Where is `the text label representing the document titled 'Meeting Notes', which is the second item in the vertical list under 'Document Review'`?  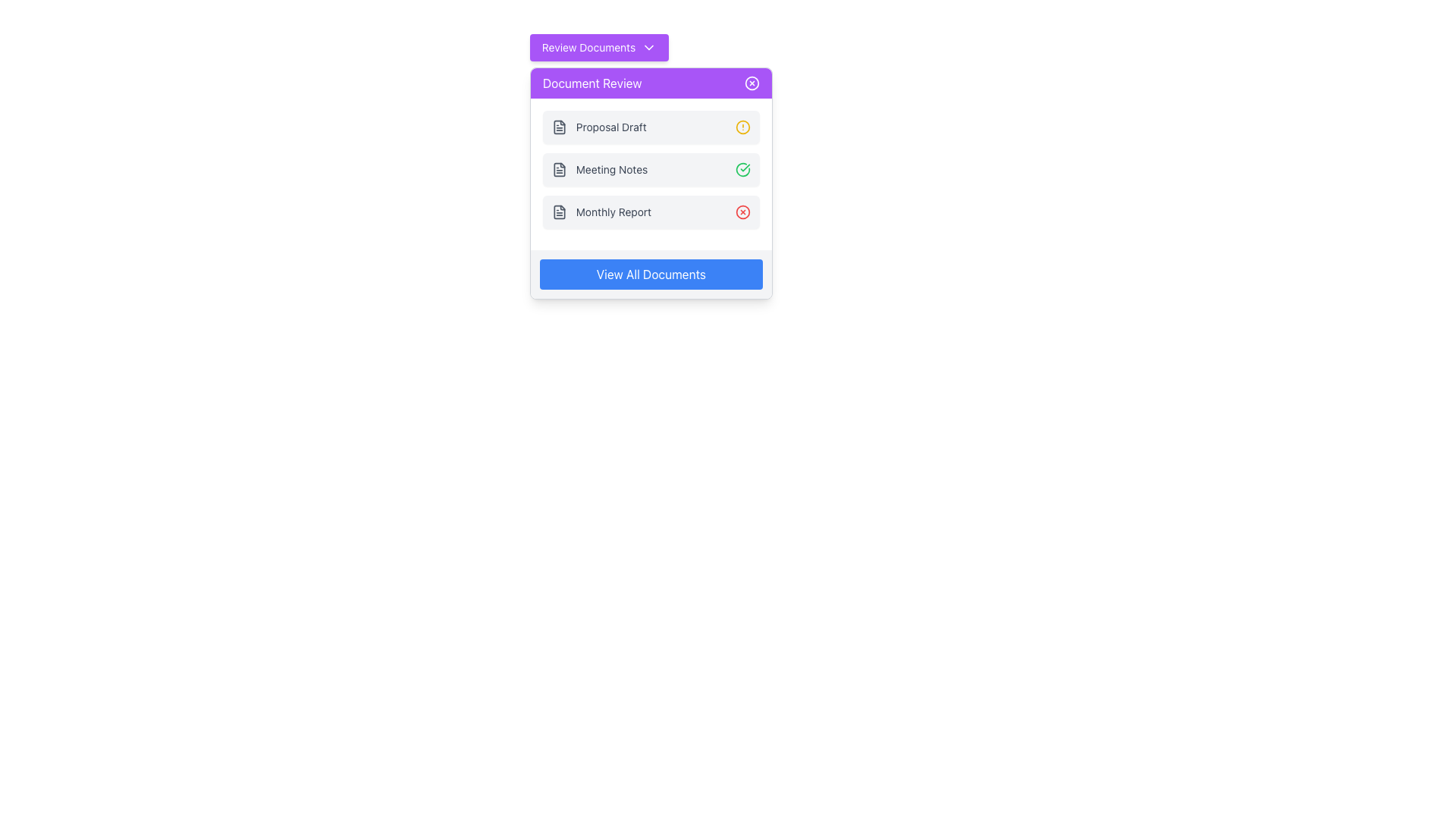
the text label representing the document titled 'Meeting Notes', which is the second item in the vertical list under 'Document Review' is located at coordinates (599, 169).